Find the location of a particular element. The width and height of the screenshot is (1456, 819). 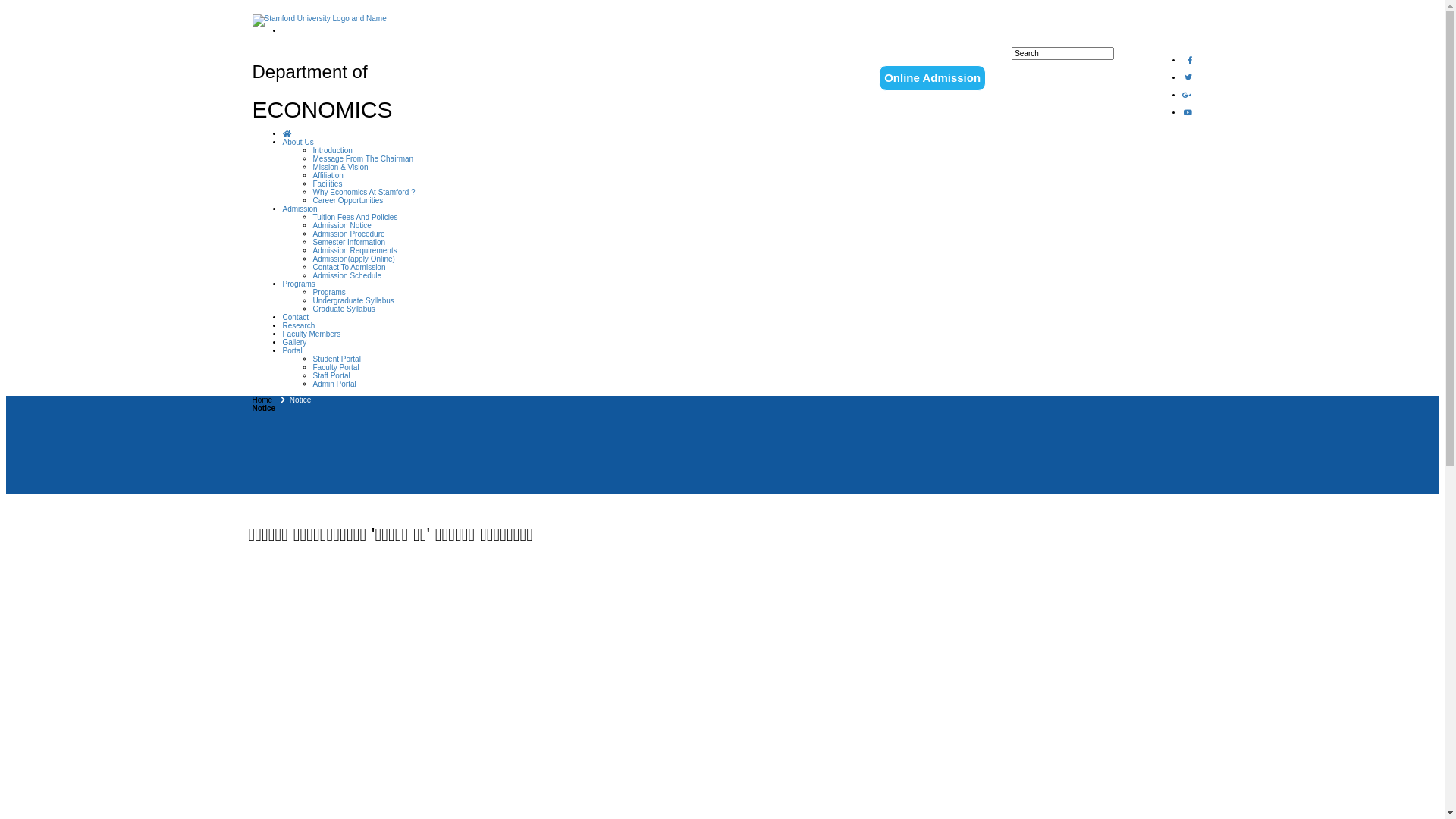

'Contact To Admission' is located at coordinates (348, 266).